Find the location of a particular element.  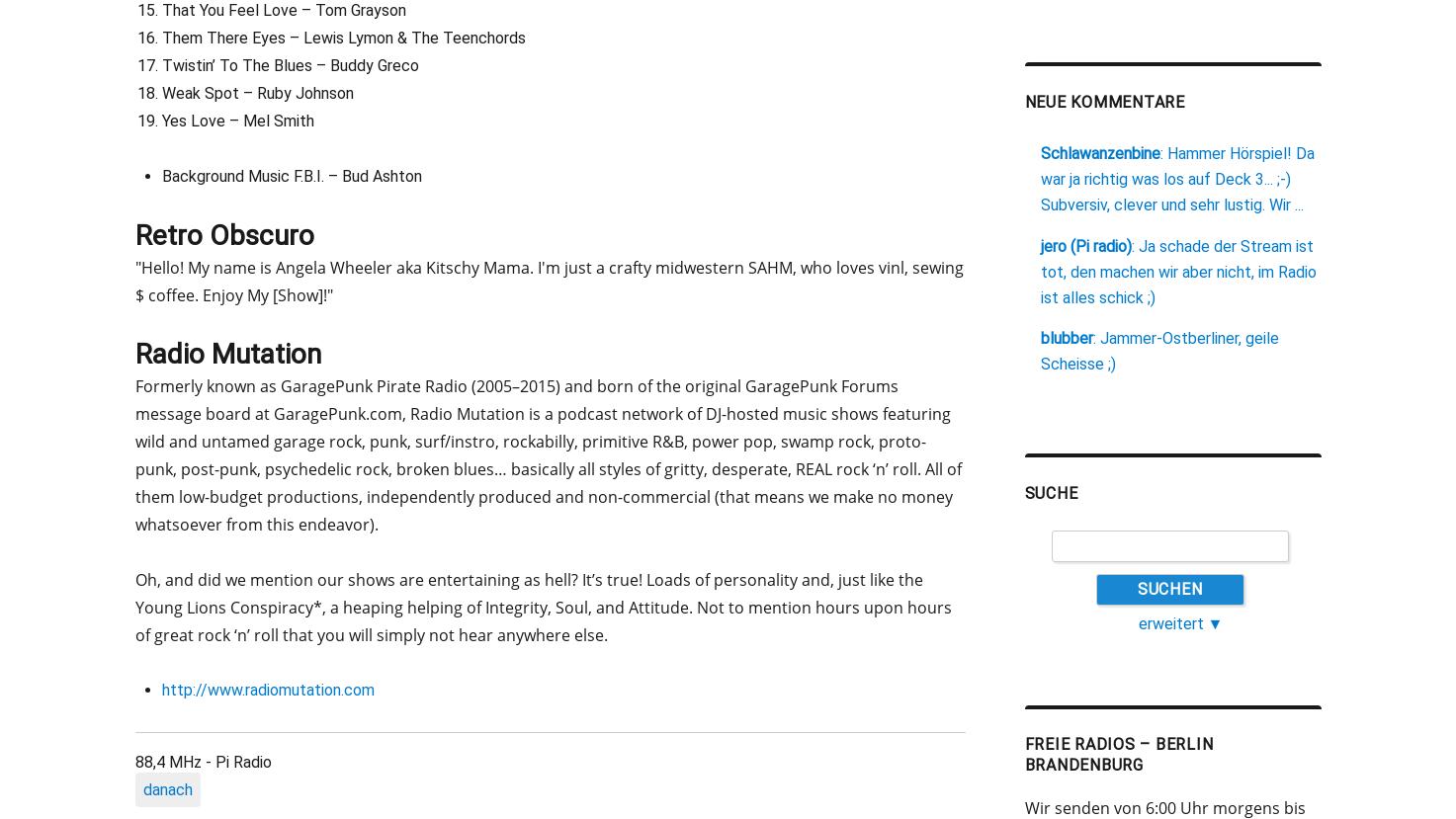

'Them There Eyes – Lewis Lymon & The Teenchords' is located at coordinates (342, 37).